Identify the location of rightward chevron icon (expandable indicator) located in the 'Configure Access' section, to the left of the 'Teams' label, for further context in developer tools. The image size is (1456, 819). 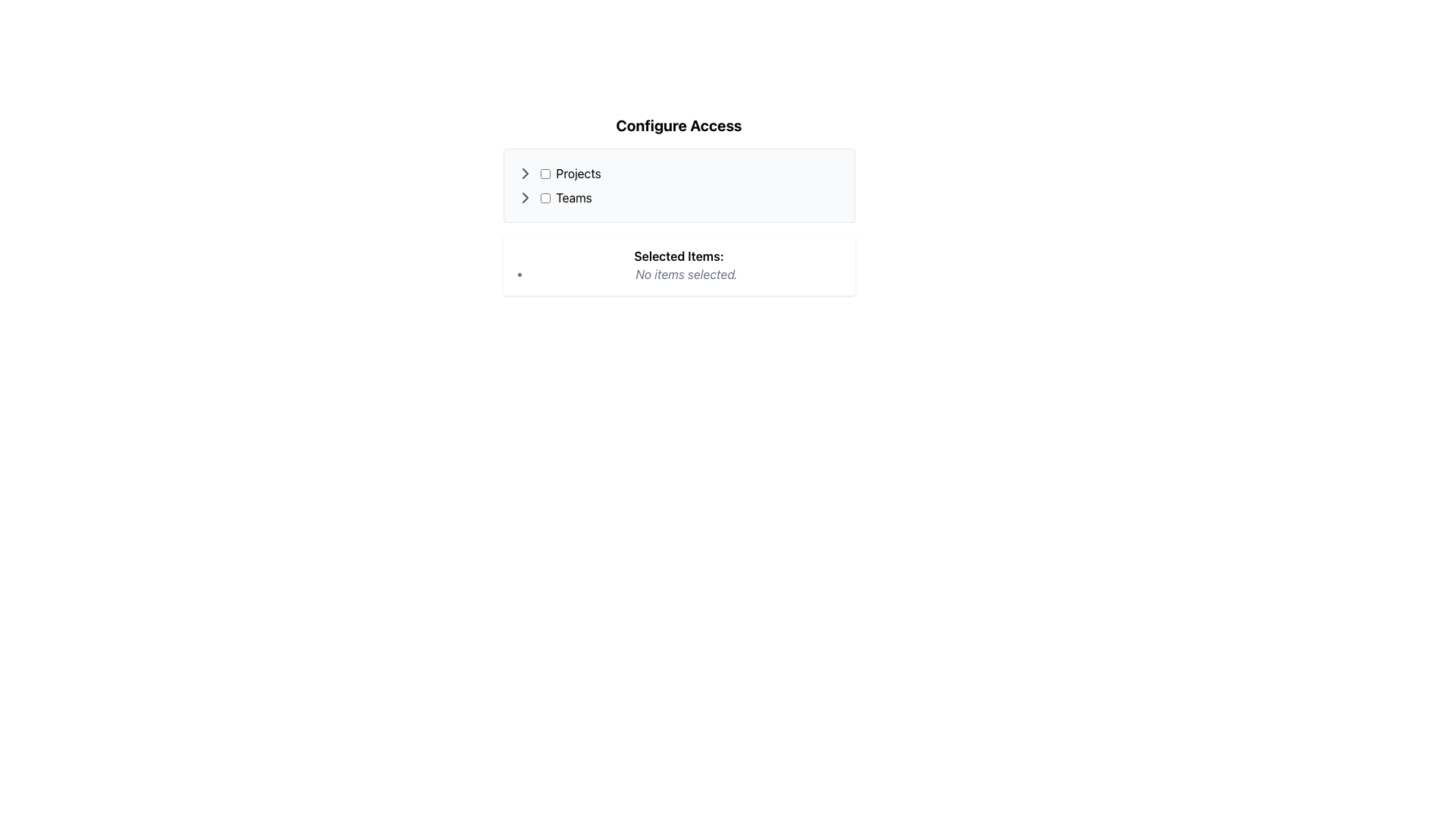
(525, 172).